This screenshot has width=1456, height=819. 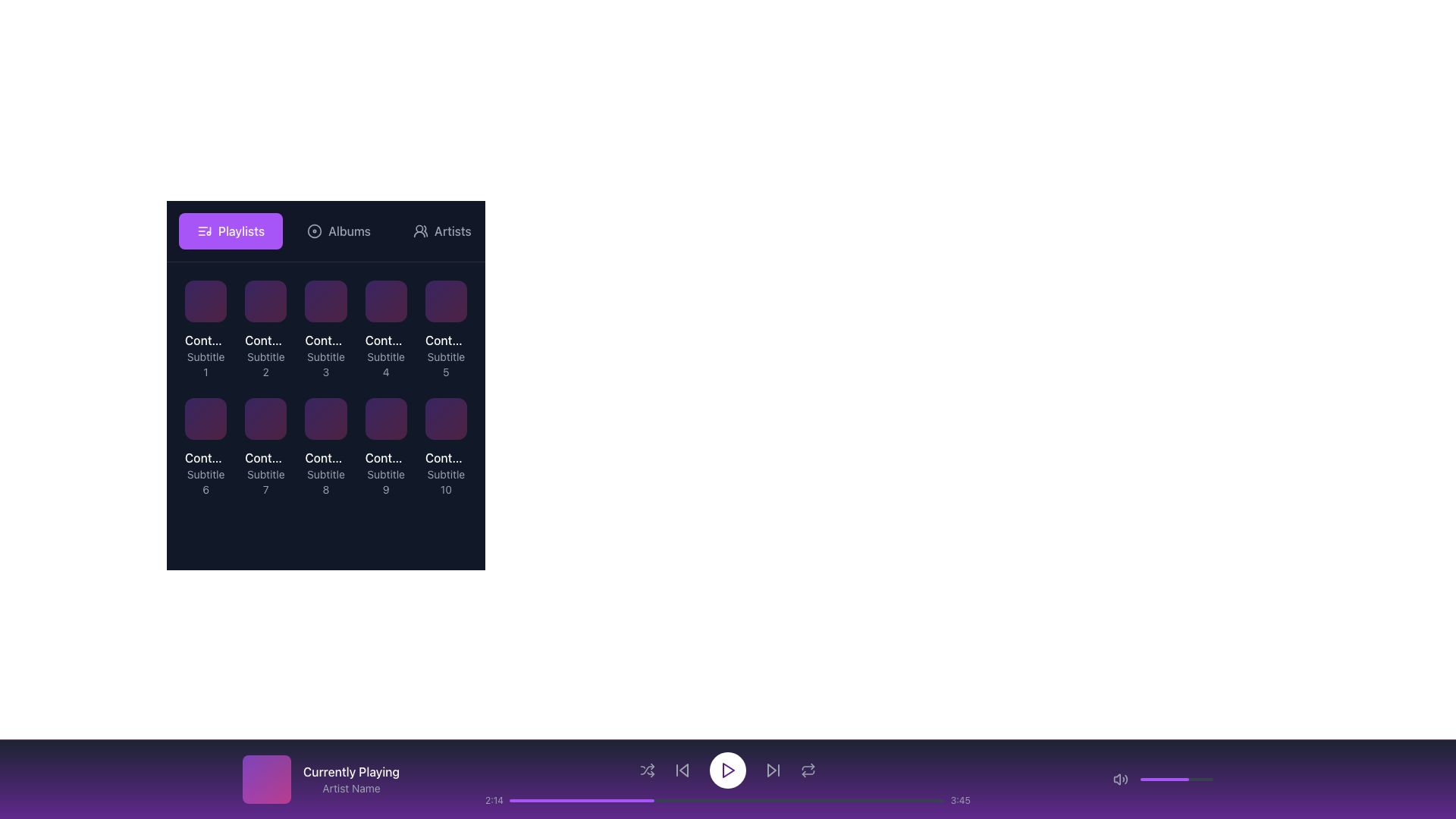 I want to click on the 'Artists' text label in the navigation menu, so click(x=452, y=231).